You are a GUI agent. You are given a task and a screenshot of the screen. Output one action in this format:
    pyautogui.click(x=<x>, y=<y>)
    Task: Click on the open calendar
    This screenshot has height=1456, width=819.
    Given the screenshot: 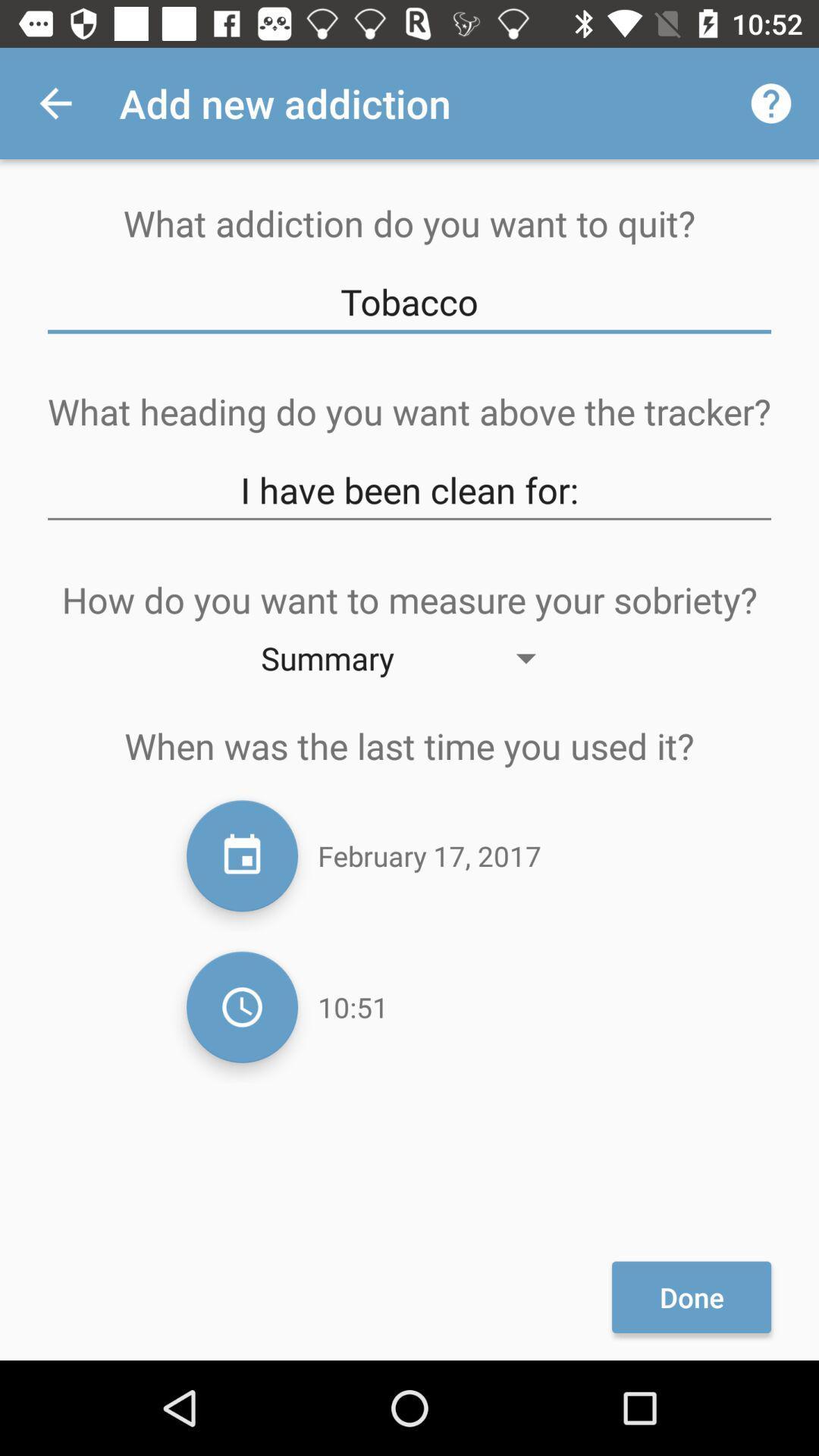 What is the action you would take?
    pyautogui.click(x=241, y=855)
    